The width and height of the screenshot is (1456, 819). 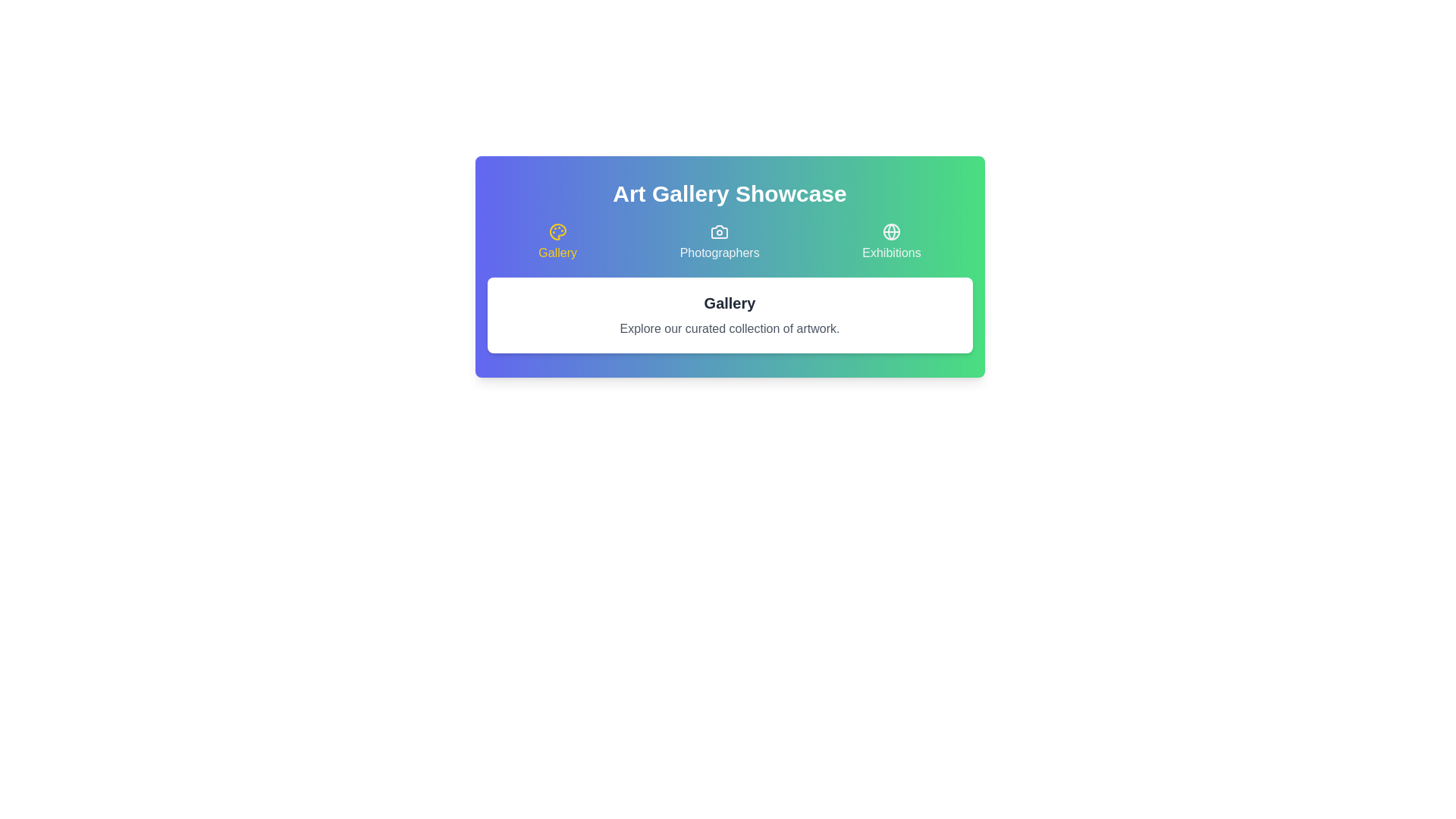 What do you see at coordinates (892, 242) in the screenshot?
I see `the tab corresponding to Exhibitions` at bounding box center [892, 242].